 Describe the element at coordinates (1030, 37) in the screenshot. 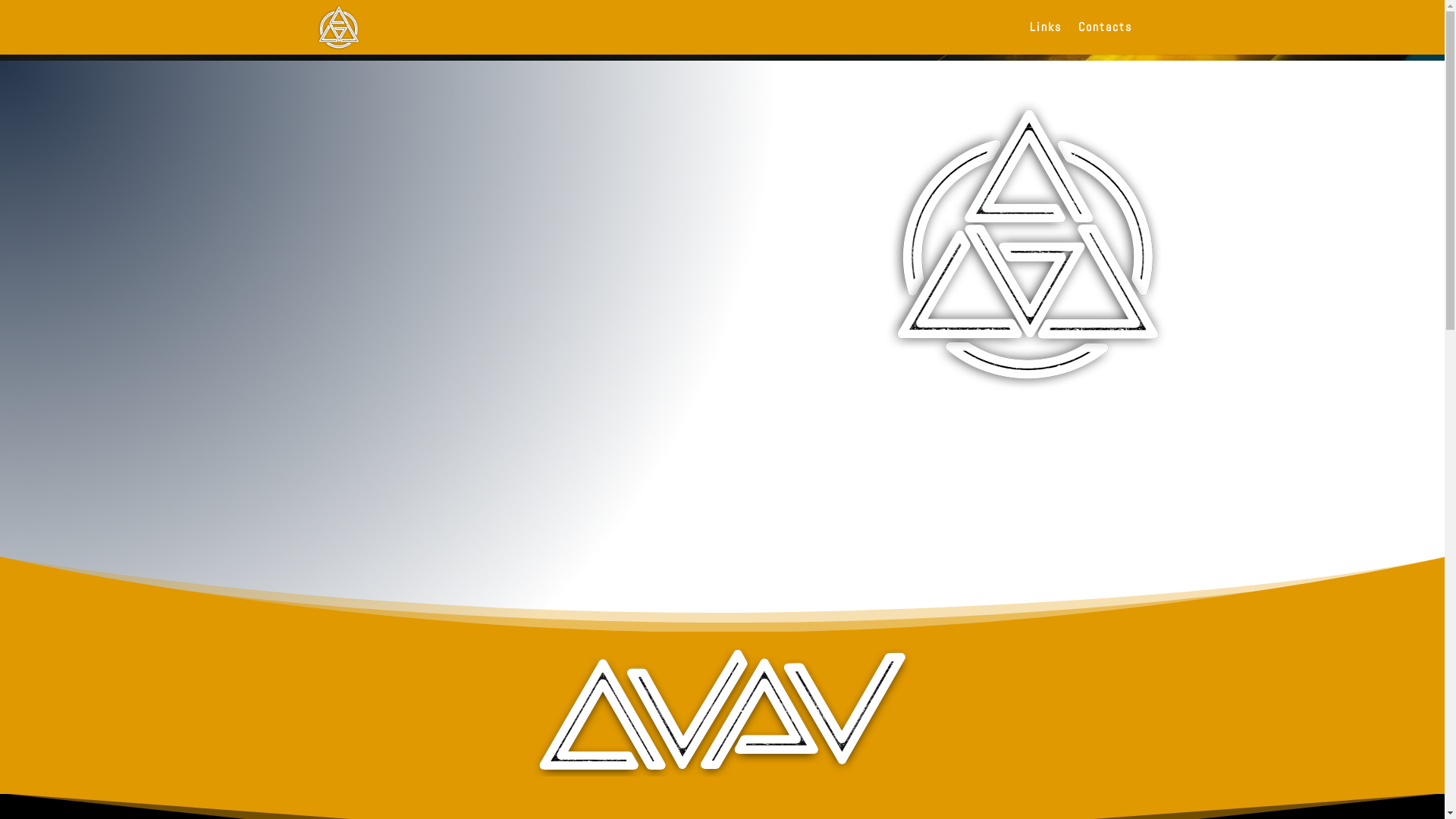

I see `'Links'` at that location.